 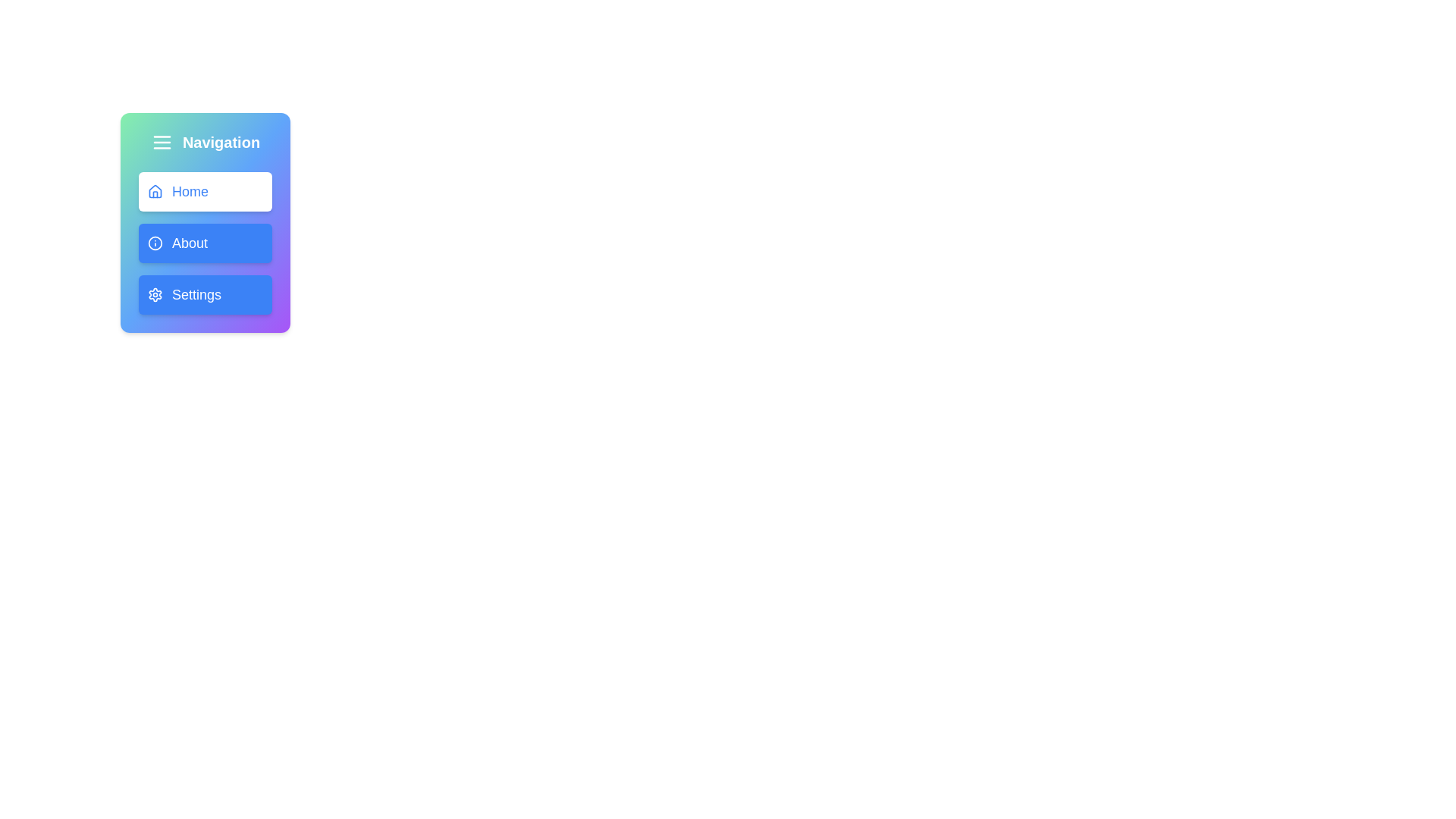 What do you see at coordinates (204, 295) in the screenshot?
I see `the settings button located in the navigation panel, which is the third button in a vertical sequence` at bounding box center [204, 295].